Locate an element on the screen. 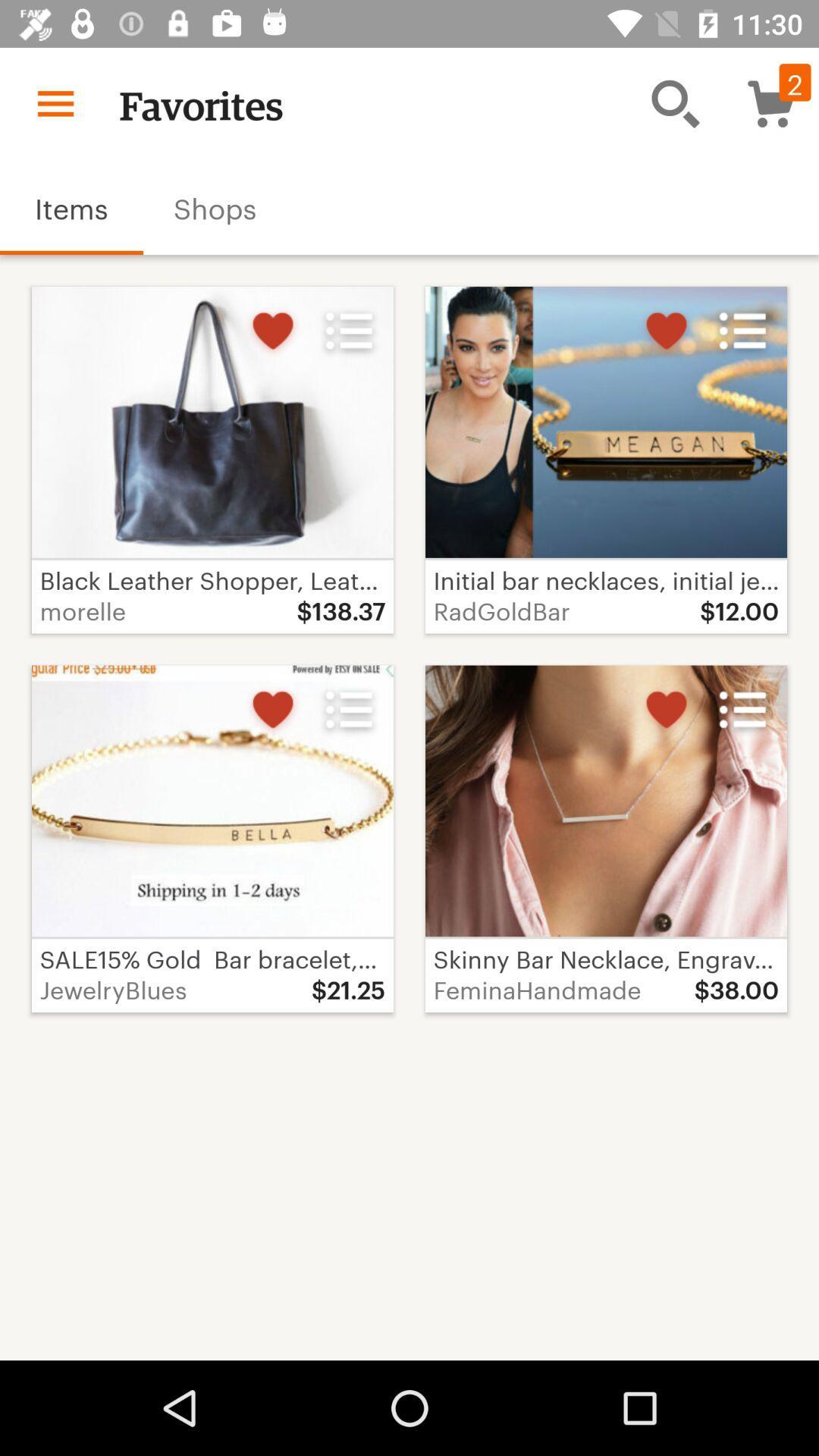 The height and width of the screenshot is (1456, 819). icon next to favorites app is located at coordinates (675, 102).